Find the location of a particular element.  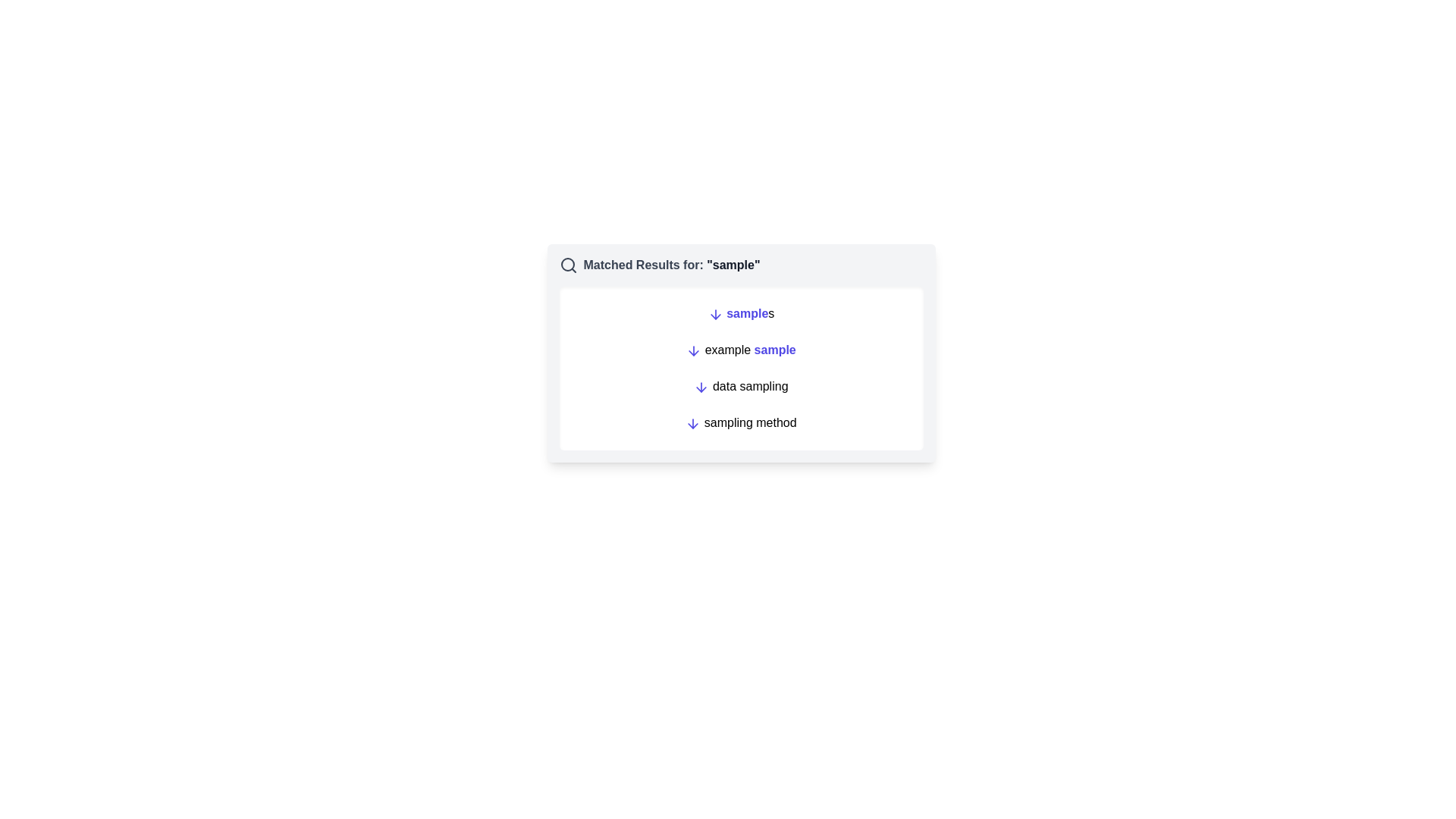

the arrow icon located near the left side of the 'samples' text to bring up a context menu is located at coordinates (714, 313).